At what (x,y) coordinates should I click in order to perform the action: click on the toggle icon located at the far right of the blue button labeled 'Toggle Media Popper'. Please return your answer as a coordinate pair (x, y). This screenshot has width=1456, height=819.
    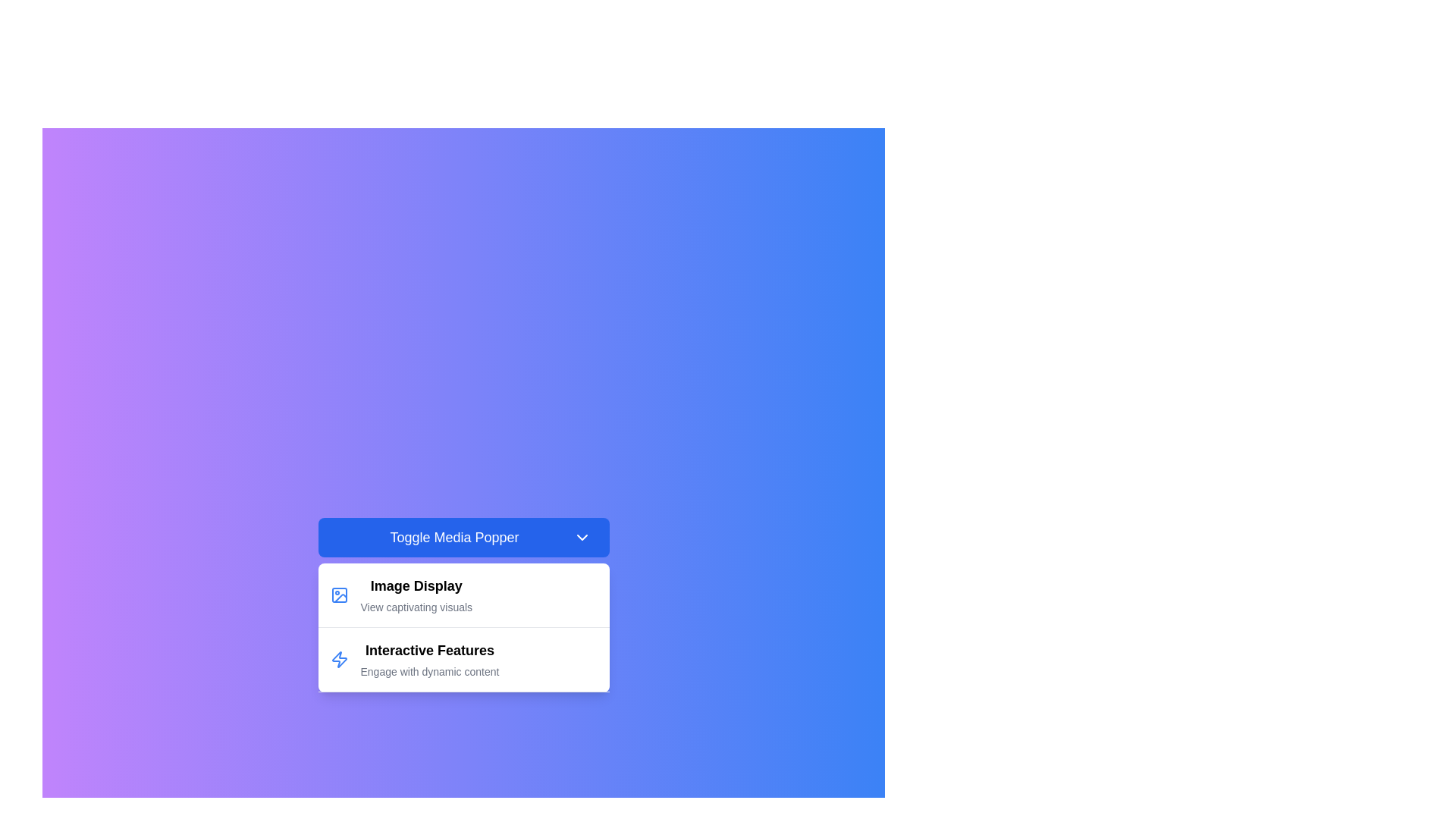
    Looking at the image, I should click on (581, 537).